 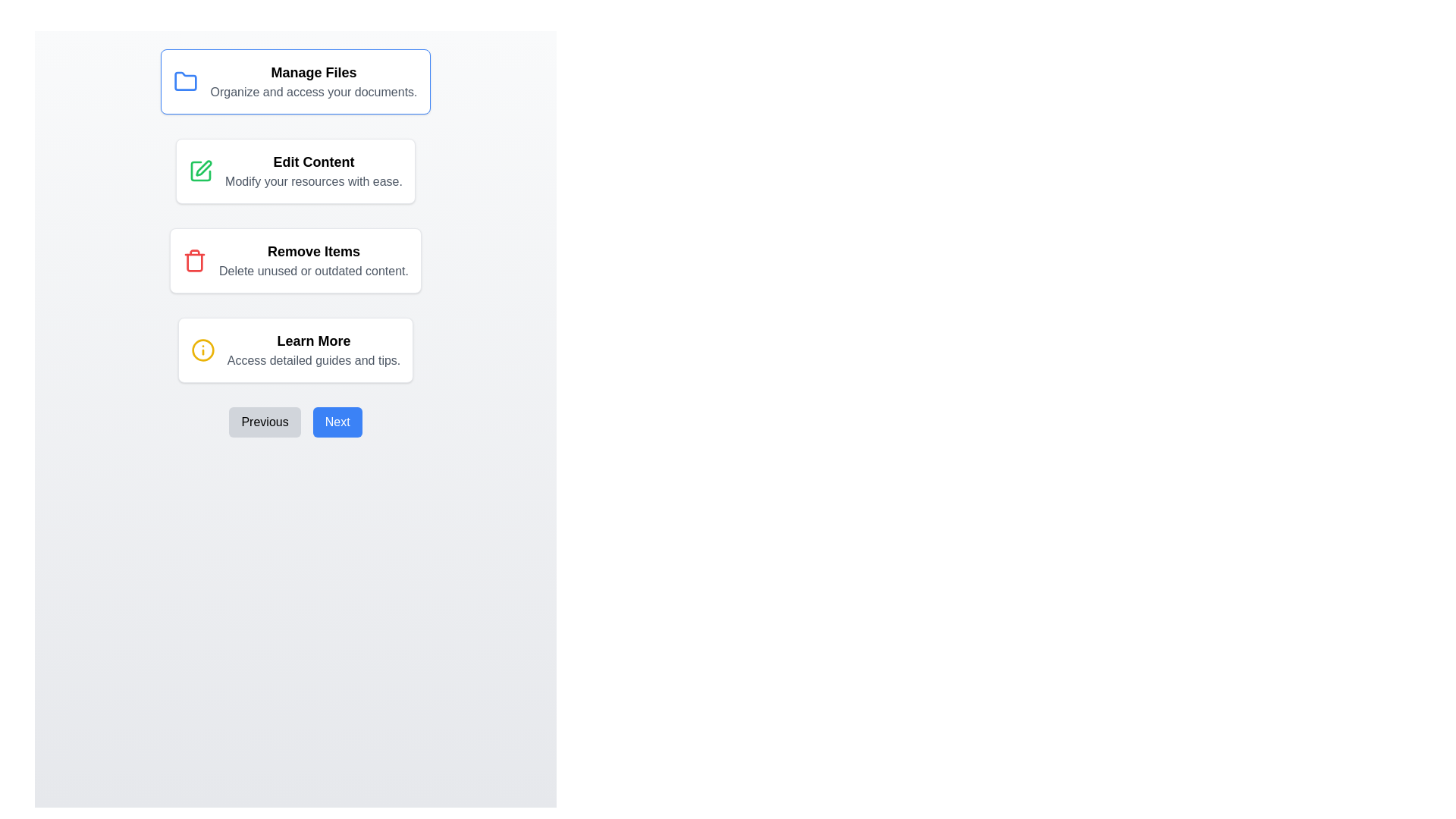 What do you see at coordinates (312, 93) in the screenshot?
I see `the text element that reads 'Organize and access your documents.' located immediately below the 'Manage Files' section` at bounding box center [312, 93].